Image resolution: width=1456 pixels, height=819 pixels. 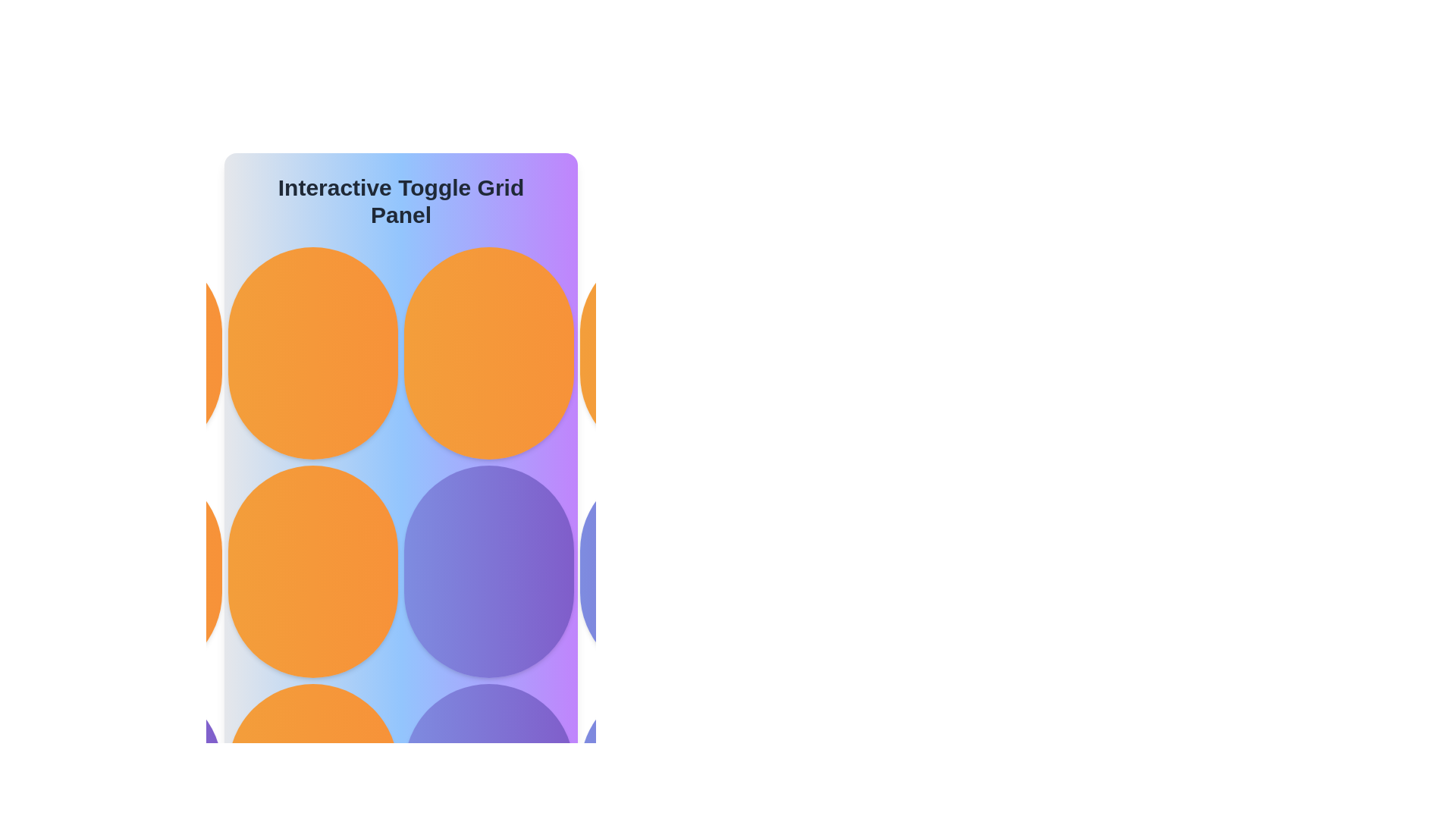 I want to click on the heading text of the component, so click(x=400, y=201).